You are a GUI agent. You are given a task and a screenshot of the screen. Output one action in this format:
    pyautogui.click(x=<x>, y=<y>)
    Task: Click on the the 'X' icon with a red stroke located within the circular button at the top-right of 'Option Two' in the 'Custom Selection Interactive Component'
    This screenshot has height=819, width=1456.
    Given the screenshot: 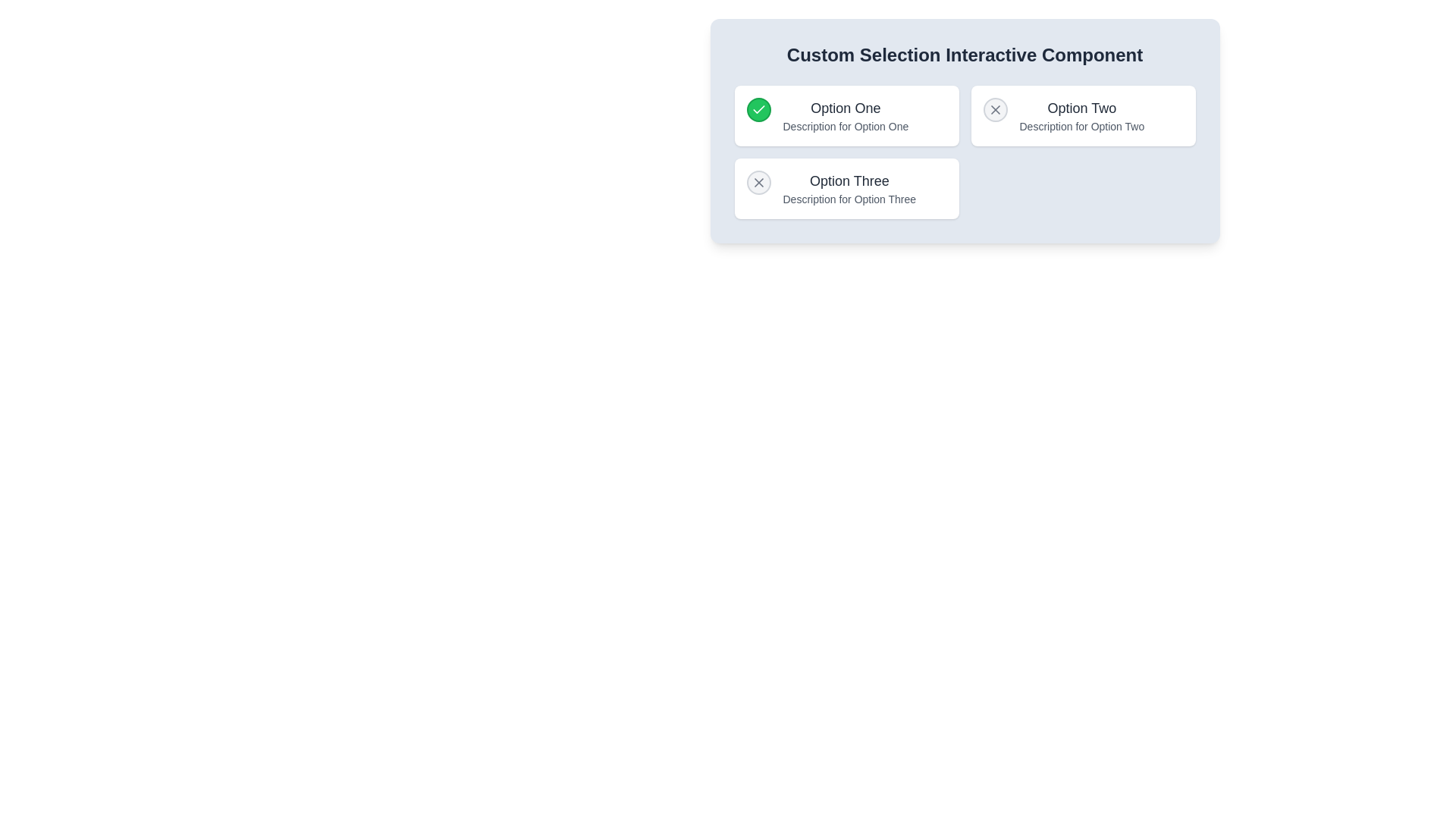 What is the action you would take?
    pyautogui.click(x=995, y=109)
    